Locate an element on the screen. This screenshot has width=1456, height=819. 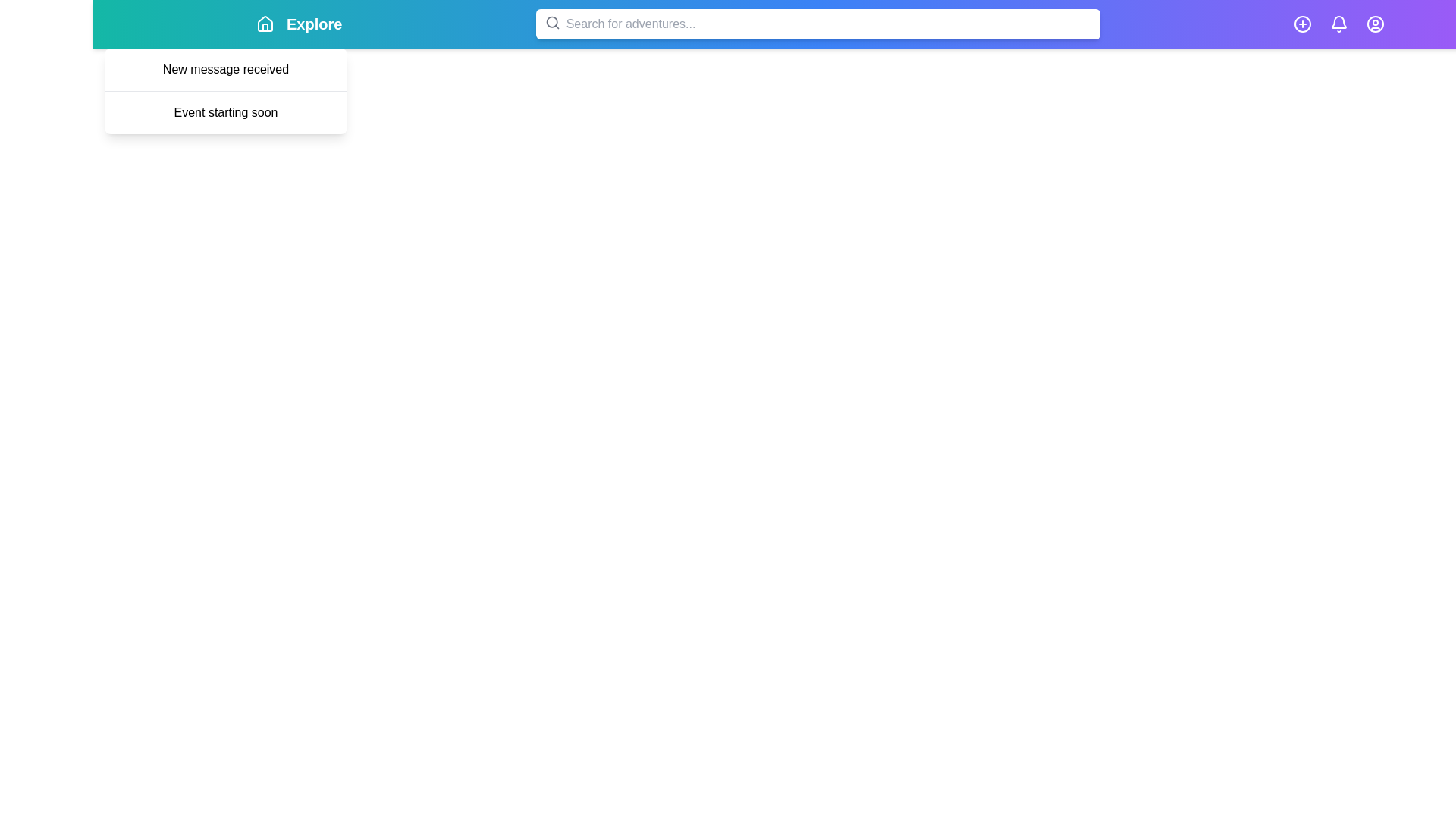
the notification 'Event starting soon' in the dropdown is located at coordinates (224, 111).